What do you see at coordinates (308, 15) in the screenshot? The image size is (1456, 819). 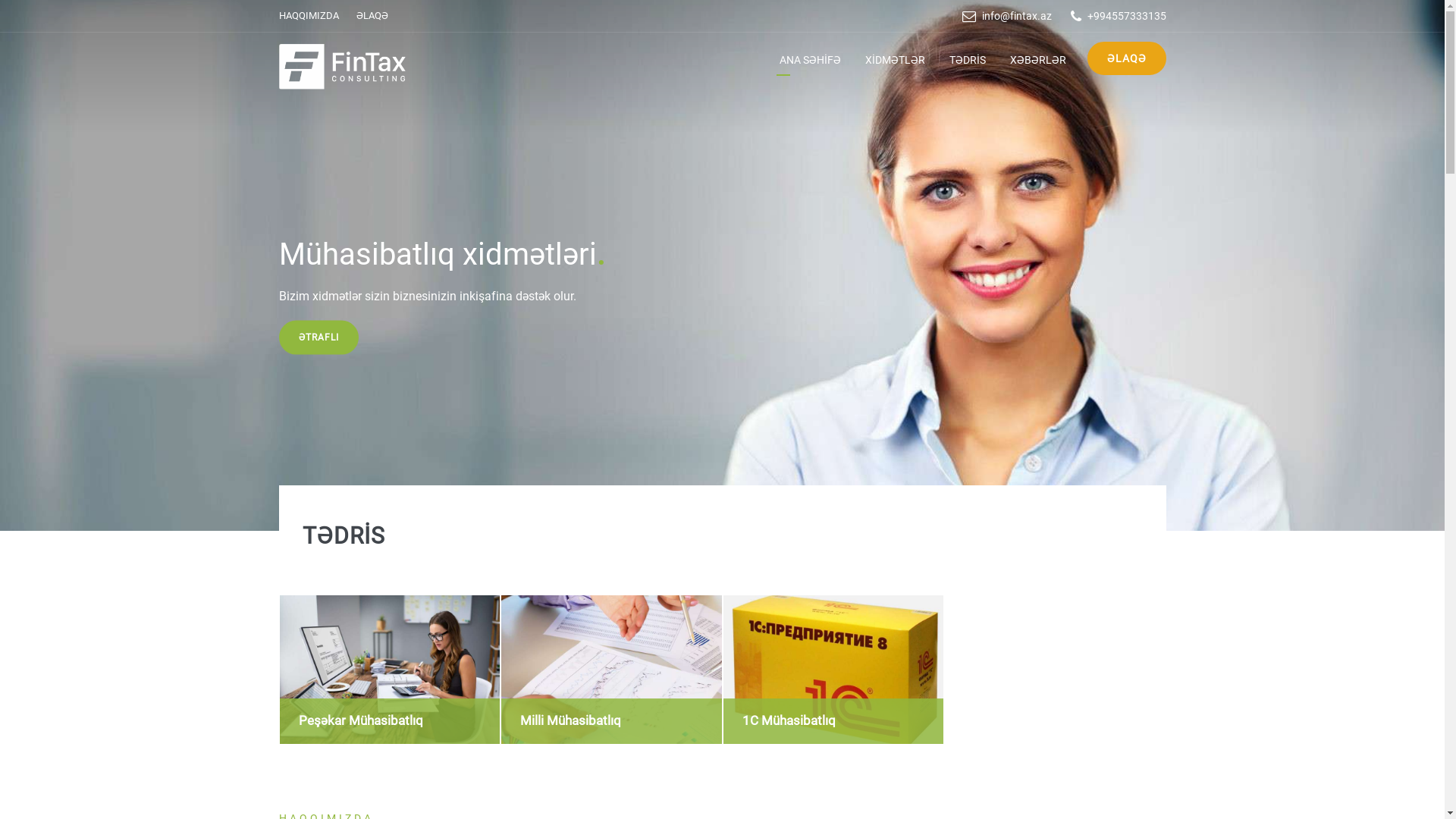 I see `'HAQQIMIZDA'` at bounding box center [308, 15].